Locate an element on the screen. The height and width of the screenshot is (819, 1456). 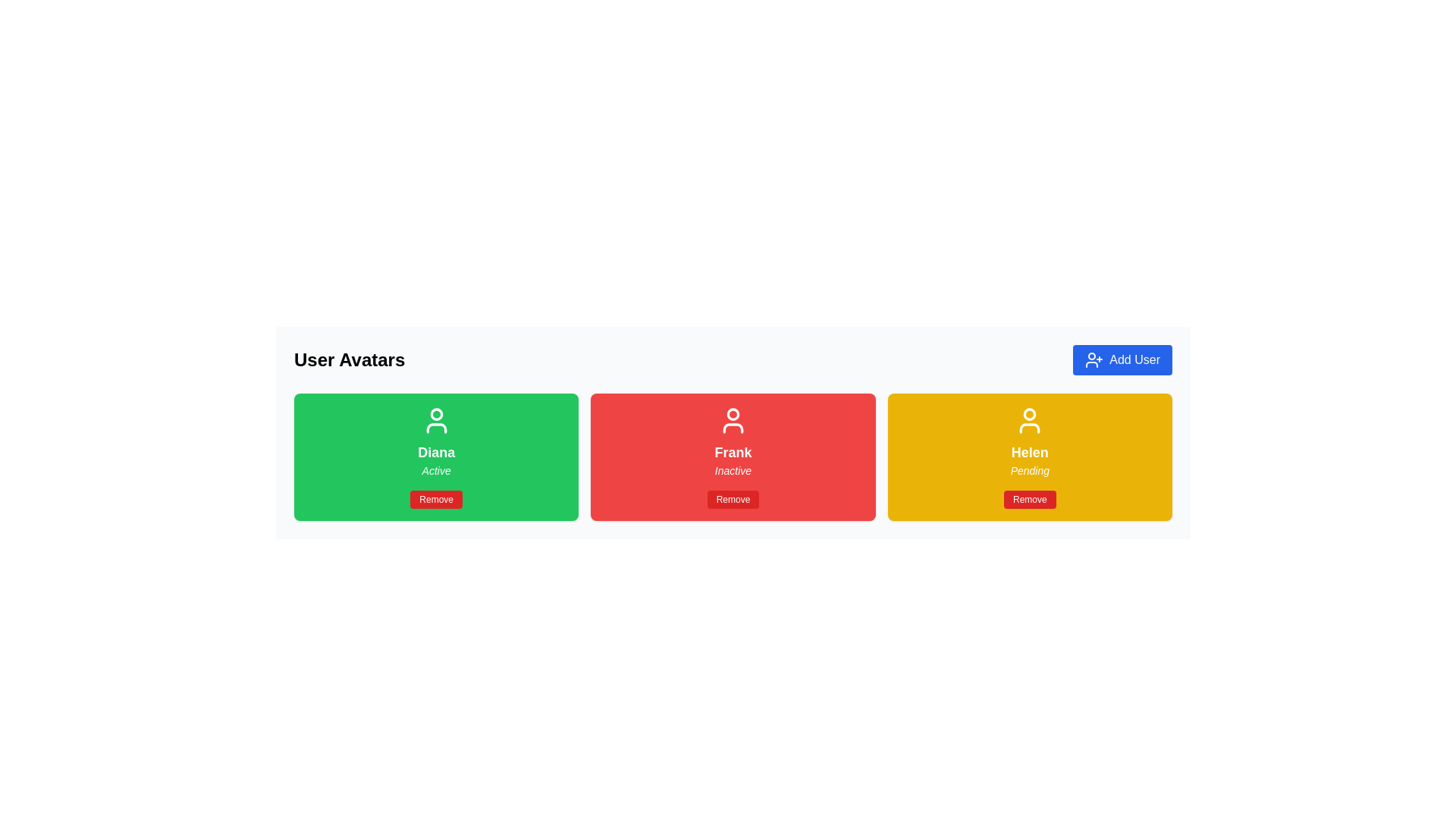
the SVG circle component representing the head of the user avatar icon for 'Helen', located inside the yellow rectangle on the third card in a horizontal row of user icons is located at coordinates (1030, 414).